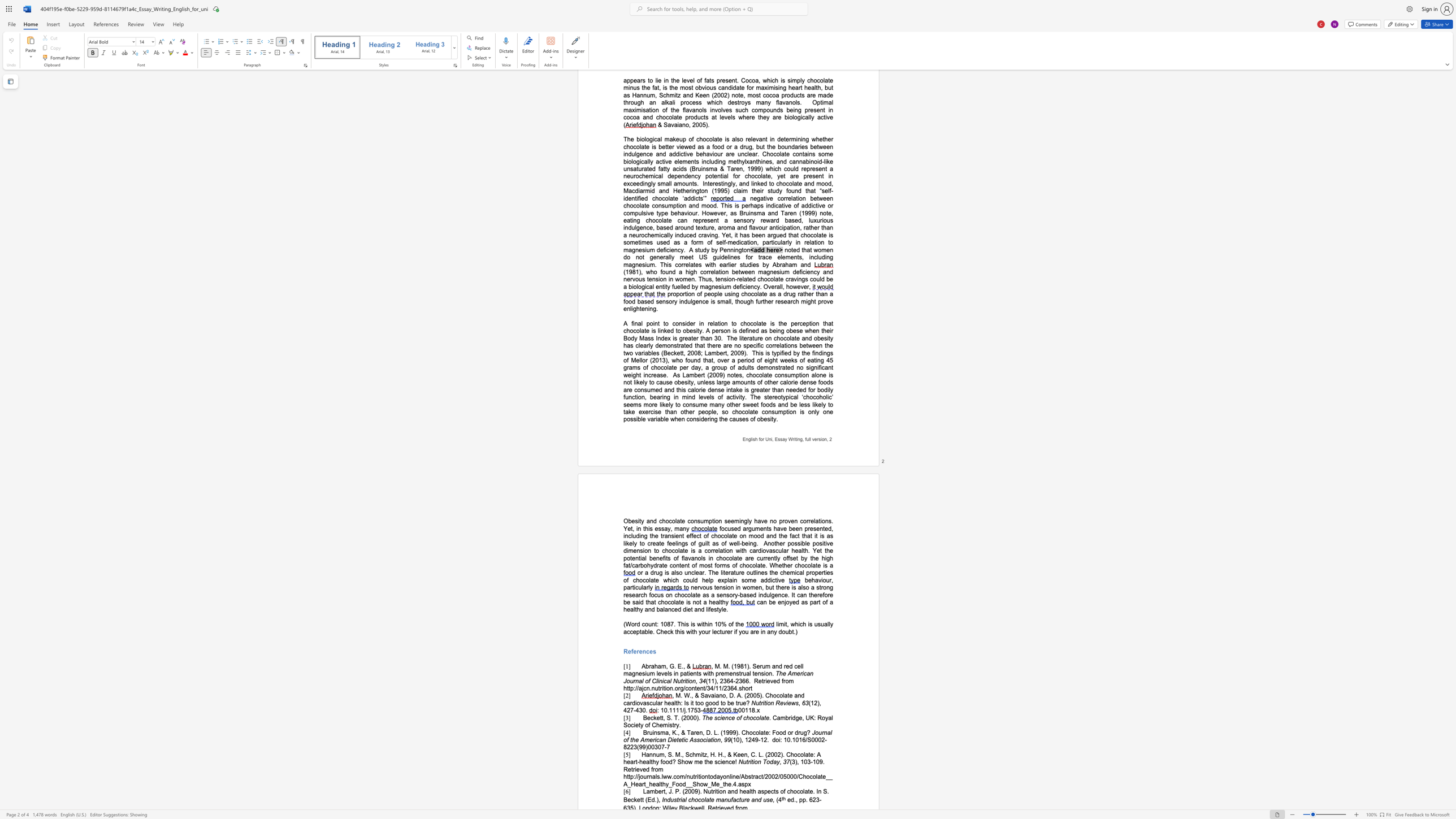 The image size is (1456, 819). I want to click on the subset text "you are in any doubt." within the text "limit, which is usually acceptable. Check this with your lecturer if you are in any doubt.)", so click(739, 631).